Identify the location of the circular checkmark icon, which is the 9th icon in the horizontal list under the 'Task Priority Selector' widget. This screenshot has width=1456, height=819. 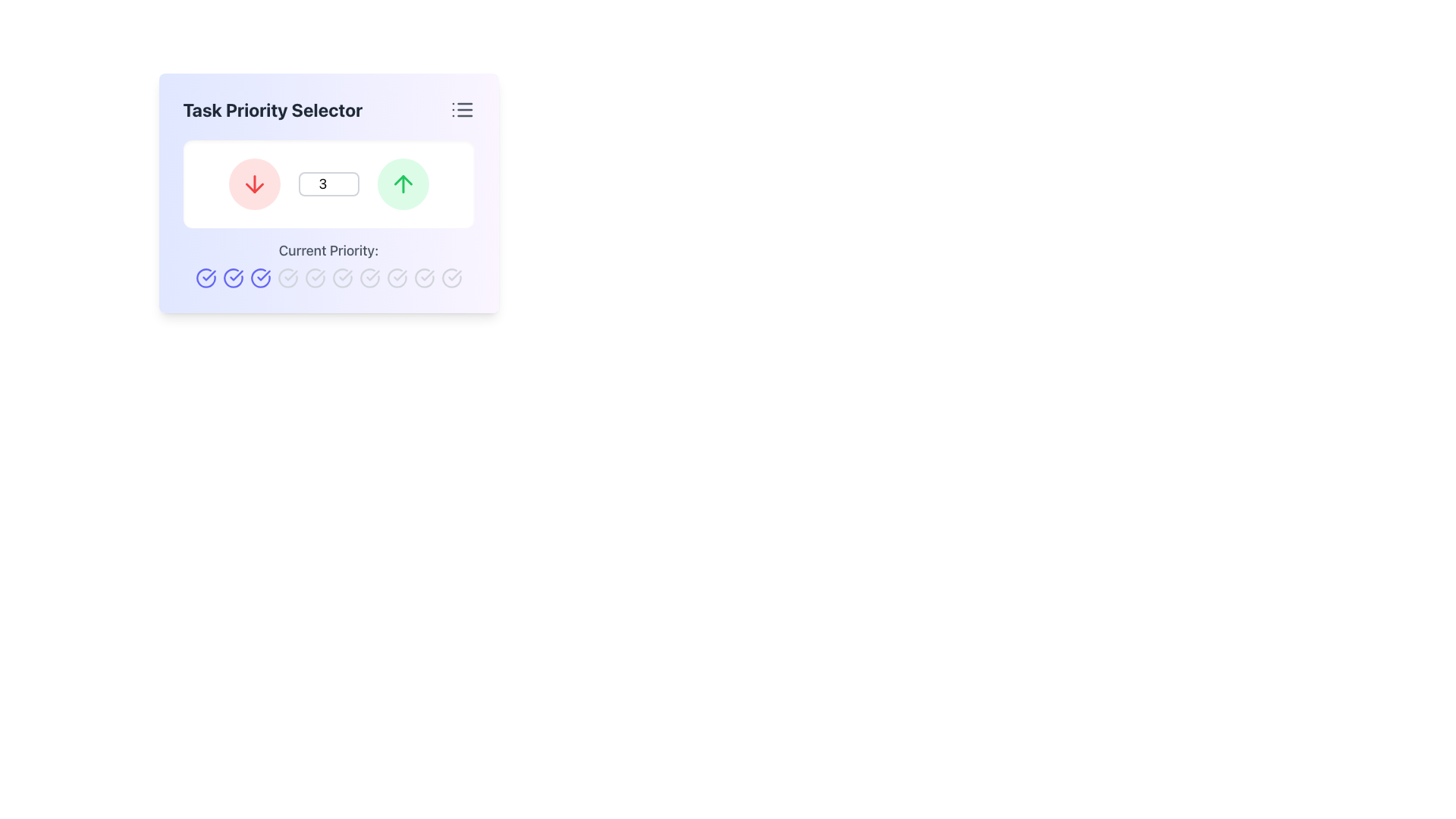
(450, 278).